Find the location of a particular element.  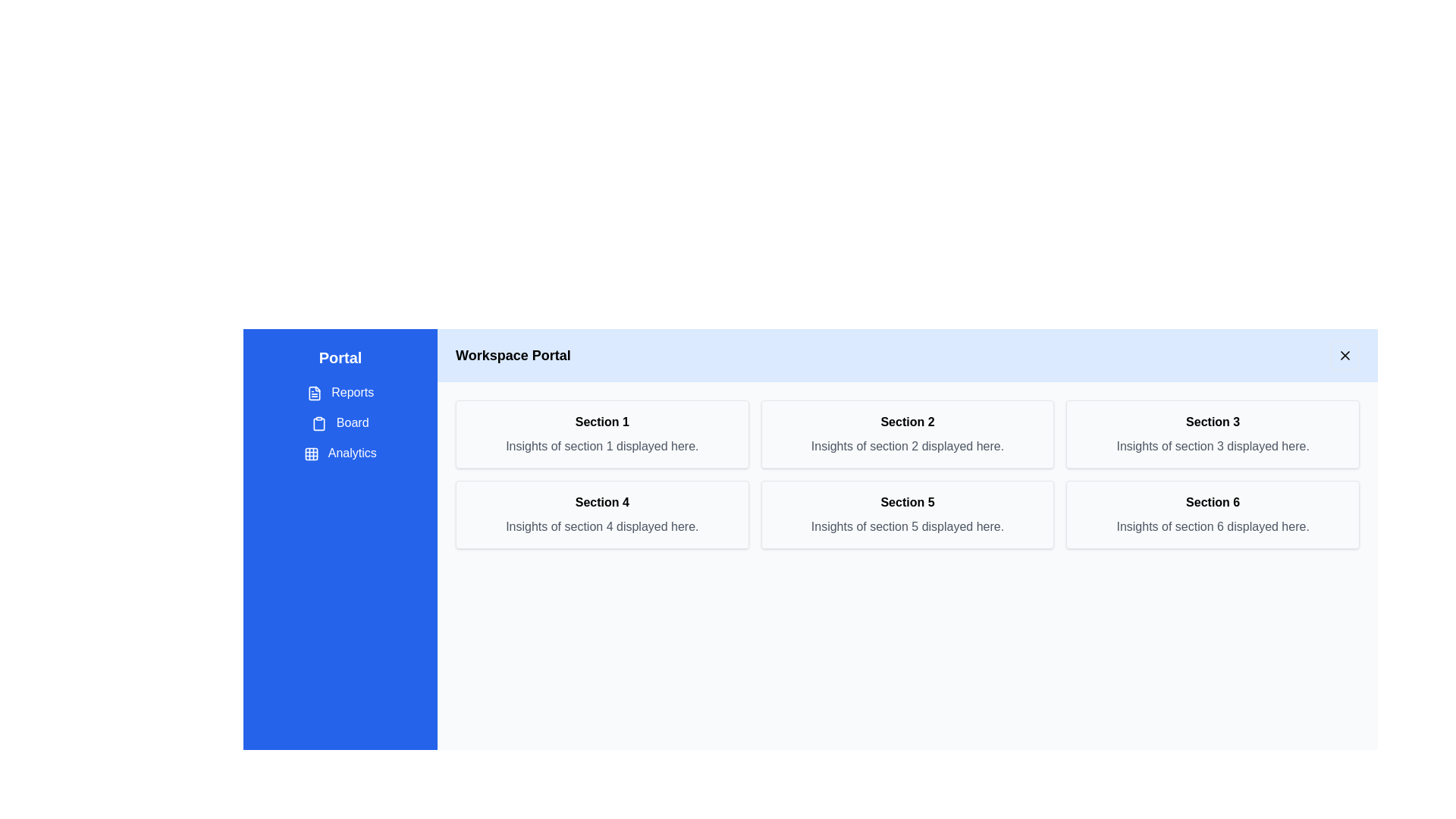

the blue 'Board' navigation button located in the vertical menu on the left sidebar, positioned between the 'Reports' and 'Analytics' buttons is located at coordinates (340, 423).